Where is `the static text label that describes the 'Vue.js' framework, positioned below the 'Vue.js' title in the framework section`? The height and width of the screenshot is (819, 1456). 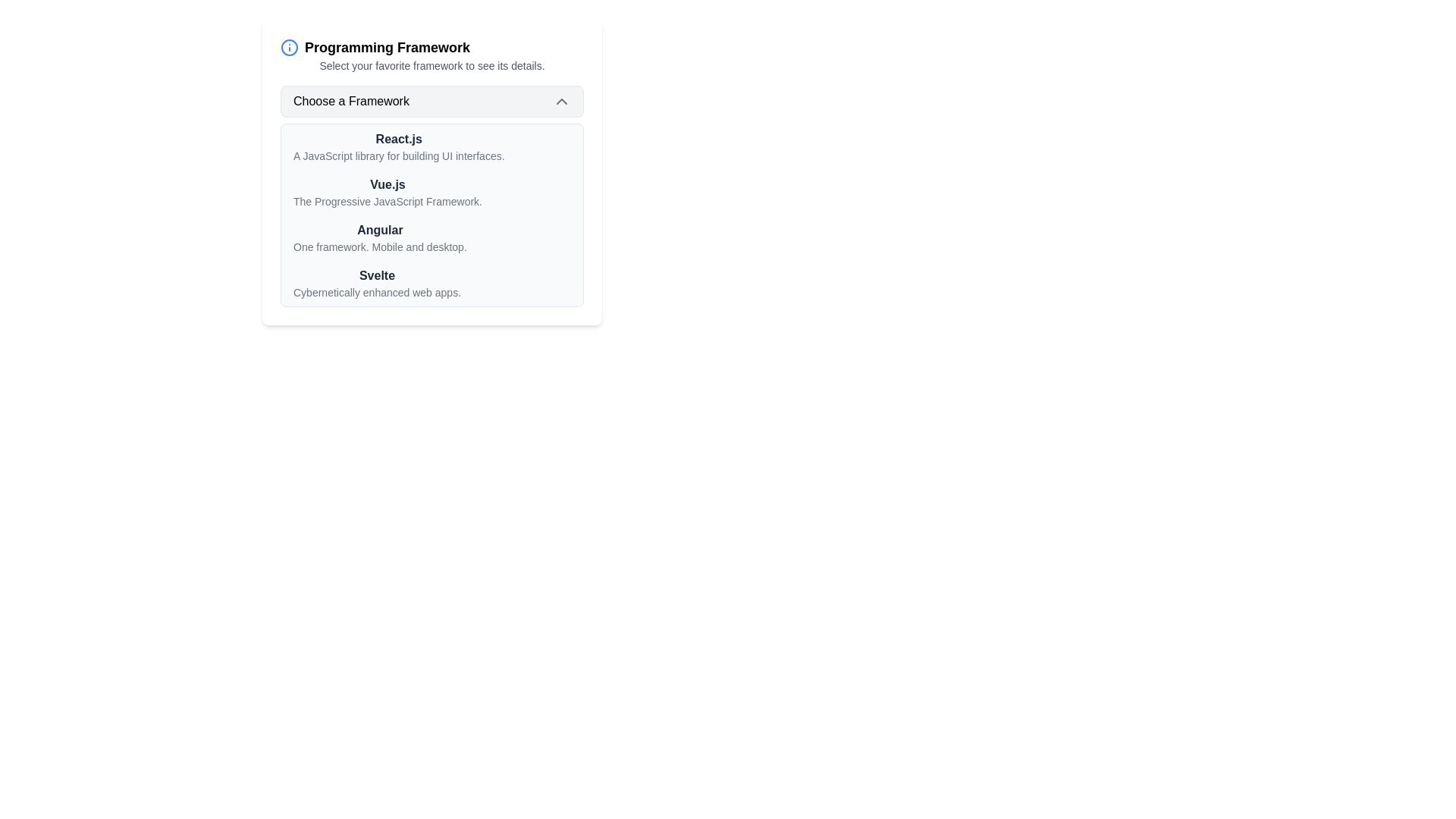
the static text label that describes the 'Vue.js' framework, positioned below the 'Vue.js' title in the framework section is located at coordinates (388, 201).